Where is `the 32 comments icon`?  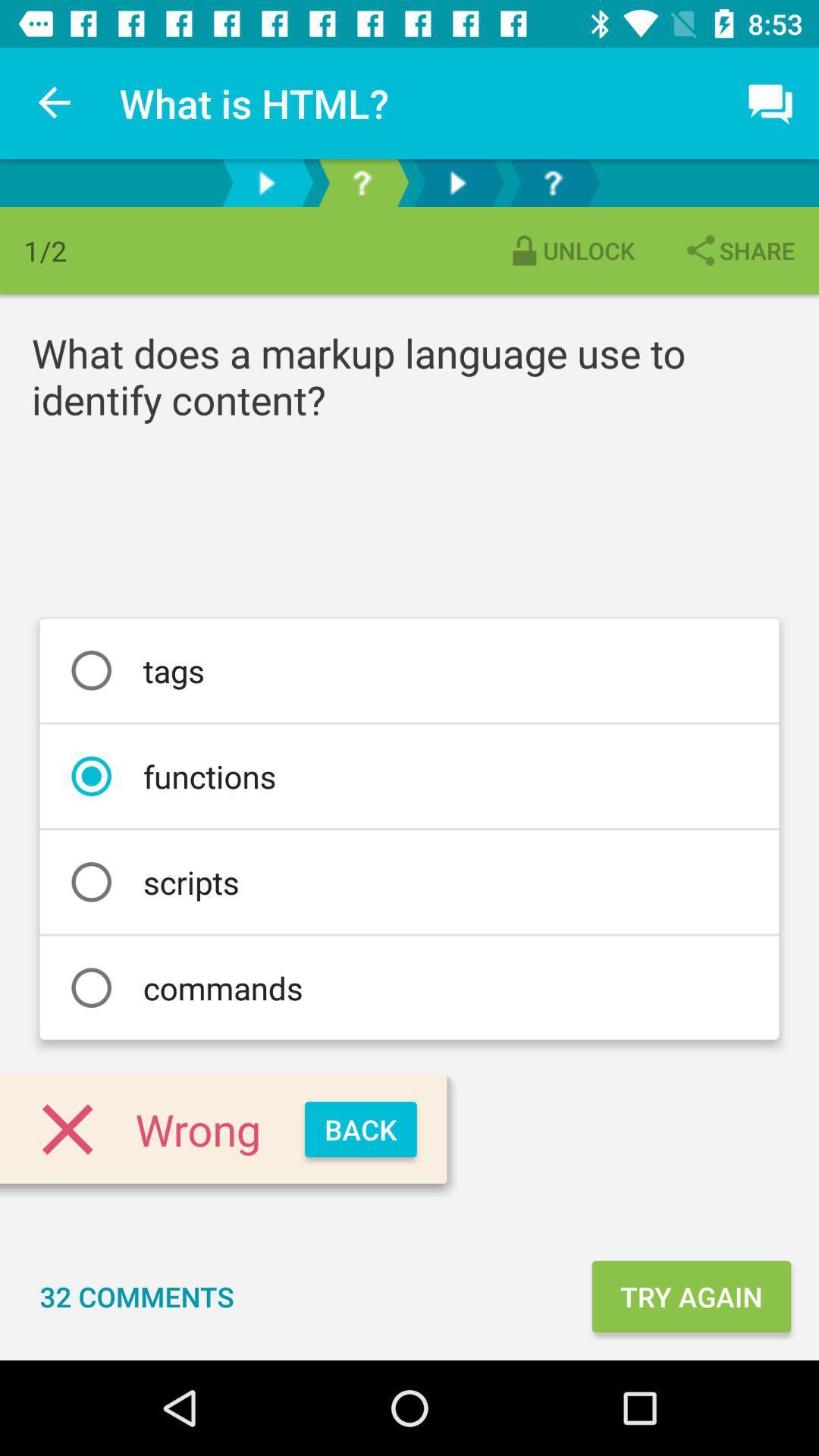
the 32 comments icon is located at coordinates (136, 1295).